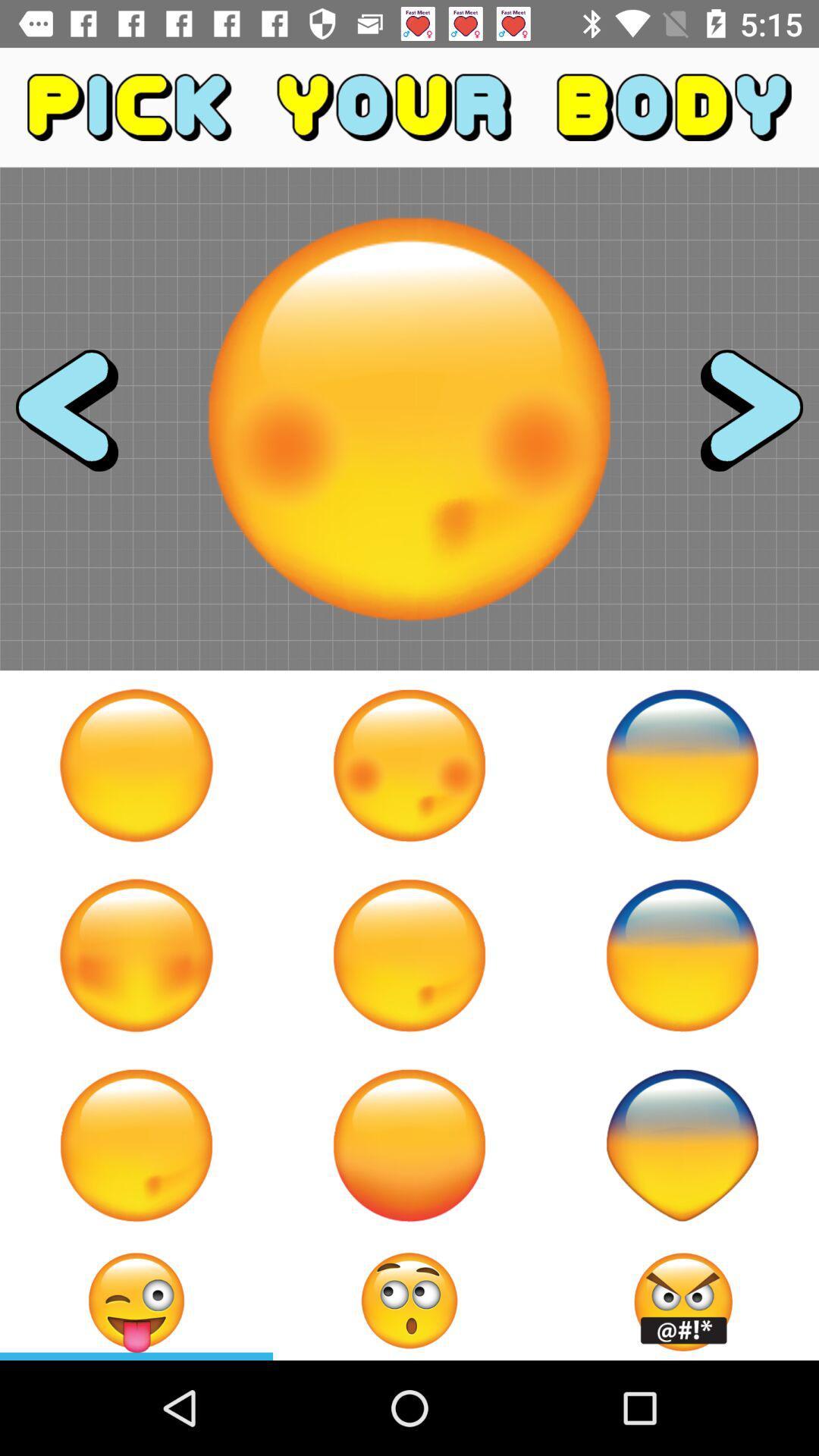  Describe the element at coordinates (80, 419) in the screenshot. I see `the arrow_backward icon` at that location.